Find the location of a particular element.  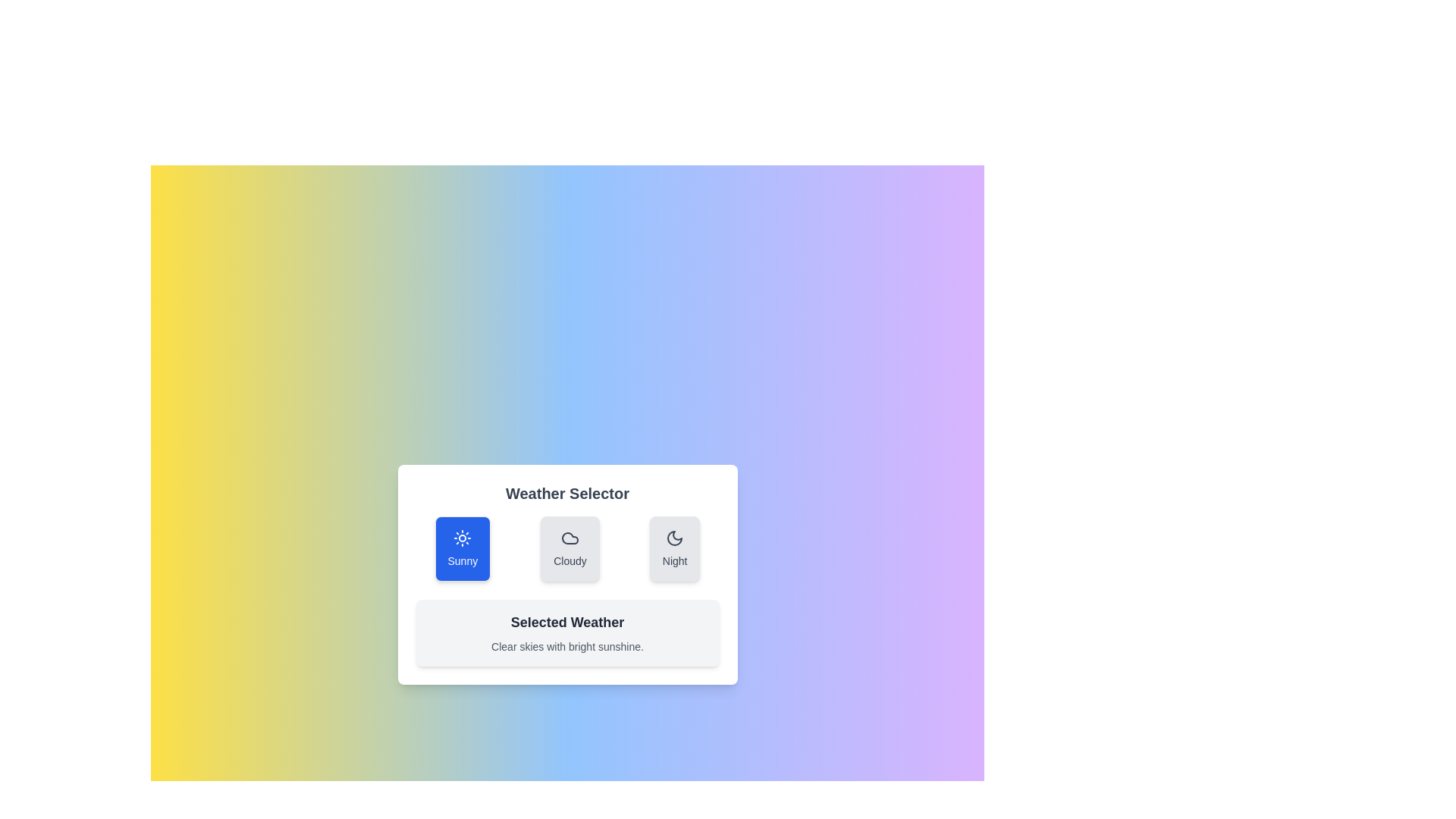

the 'Cloudy' weather option icon, which visually represents the 'Cloudy' weather and is centrally aligned between 'Sunny' and 'Night' options is located at coordinates (570, 537).